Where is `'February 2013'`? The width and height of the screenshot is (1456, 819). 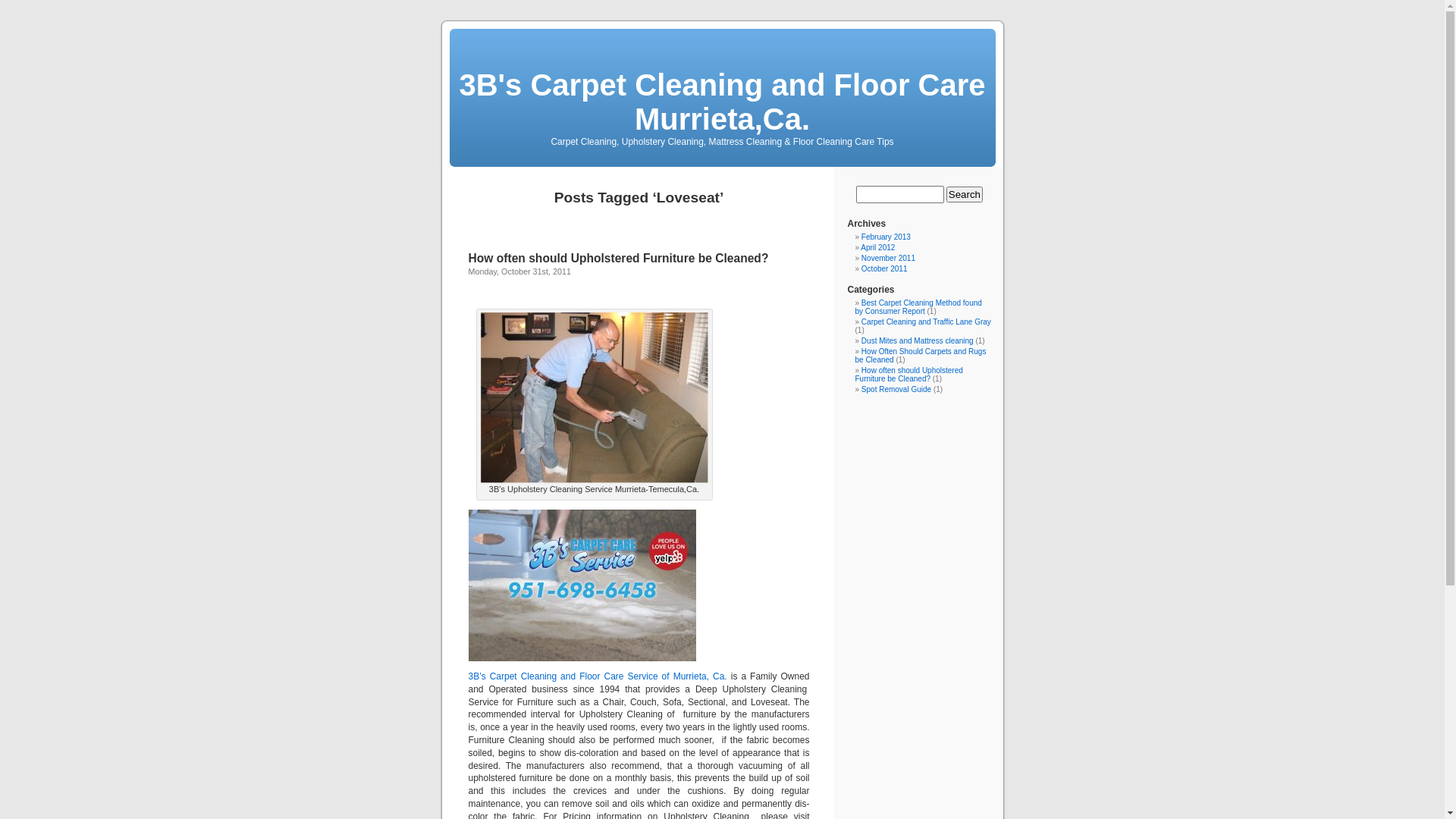
'February 2013' is located at coordinates (861, 237).